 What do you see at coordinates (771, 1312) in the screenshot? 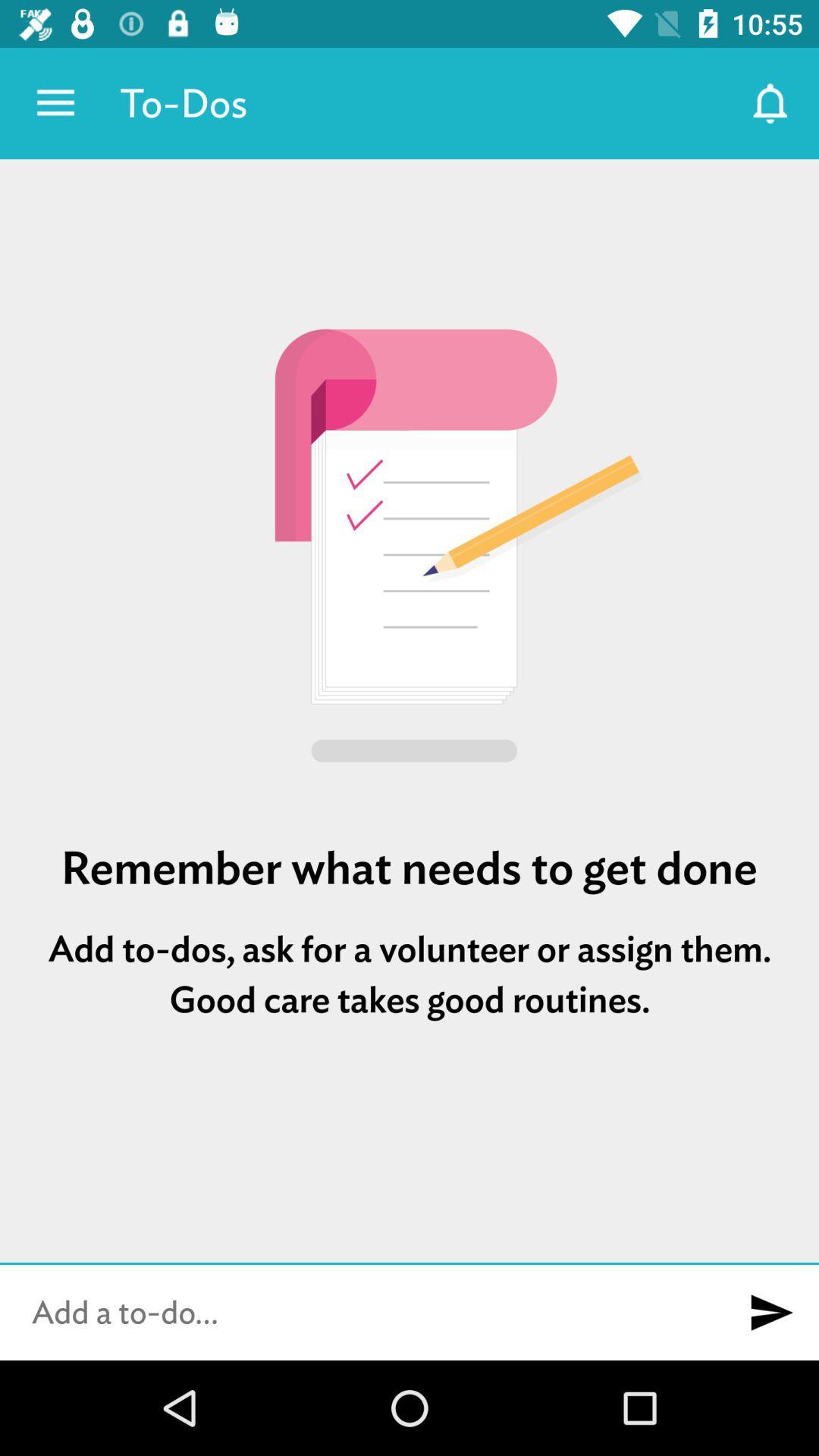
I see `new to-do item` at bounding box center [771, 1312].